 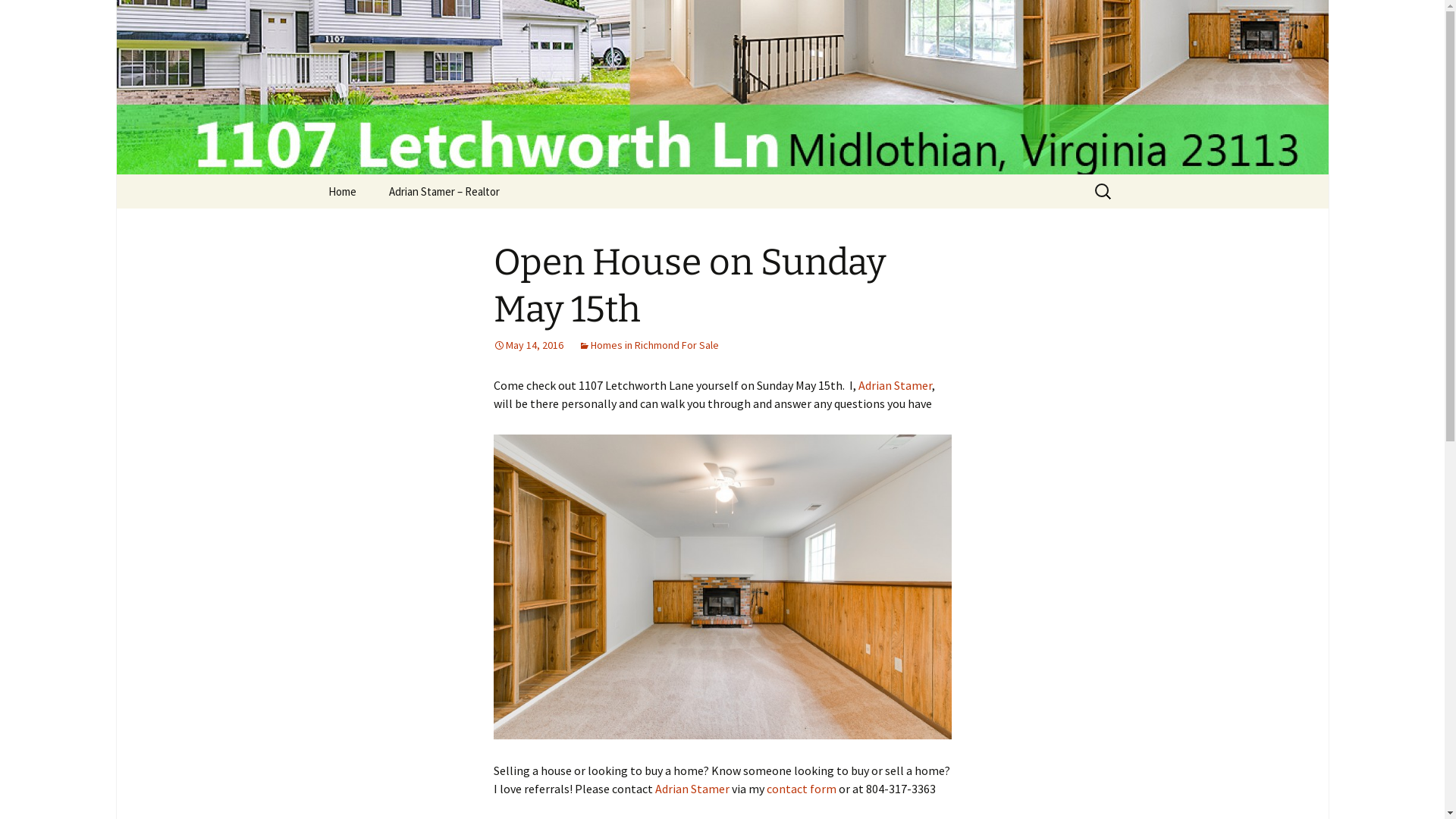 I want to click on 'Homes in Richmond For Sale', so click(x=648, y=345).